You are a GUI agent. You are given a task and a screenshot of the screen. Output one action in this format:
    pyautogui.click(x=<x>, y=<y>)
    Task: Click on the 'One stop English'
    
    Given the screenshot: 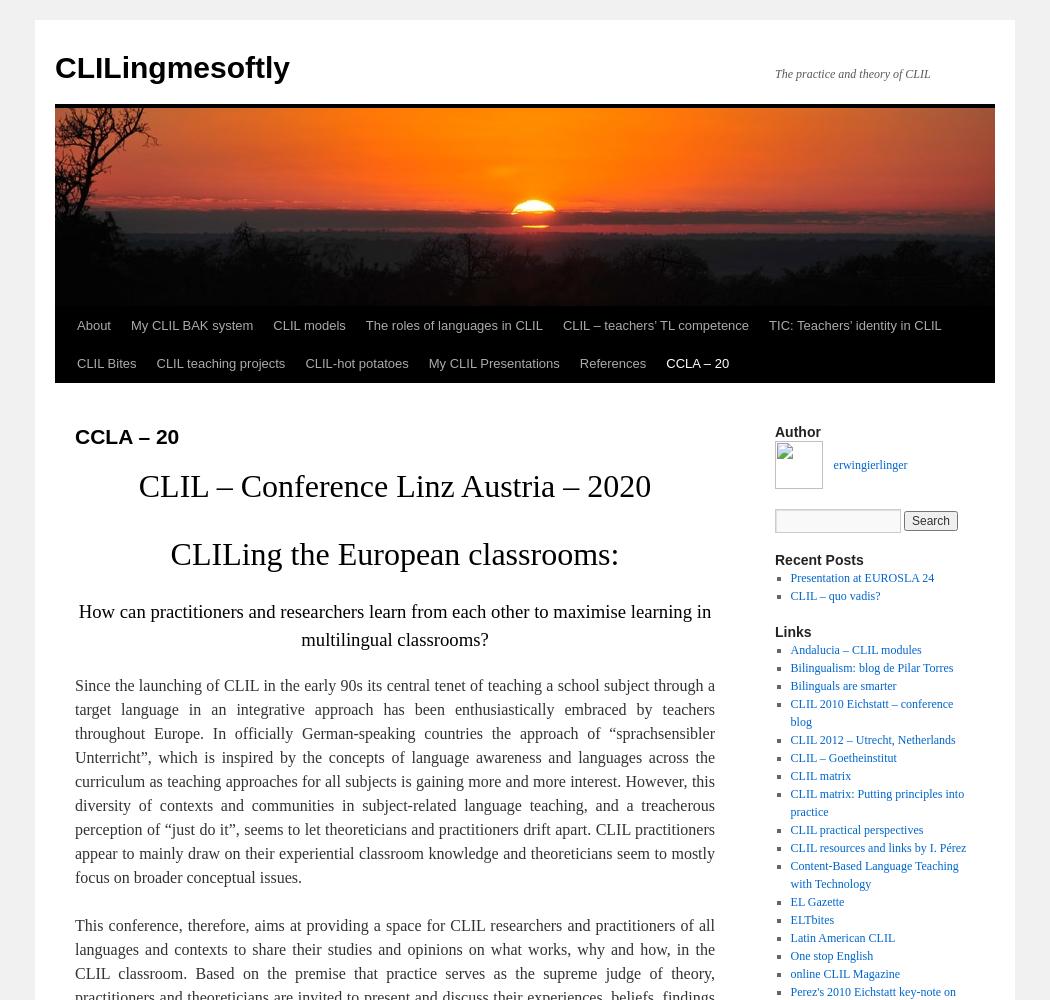 What is the action you would take?
    pyautogui.click(x=789, y=955)
    